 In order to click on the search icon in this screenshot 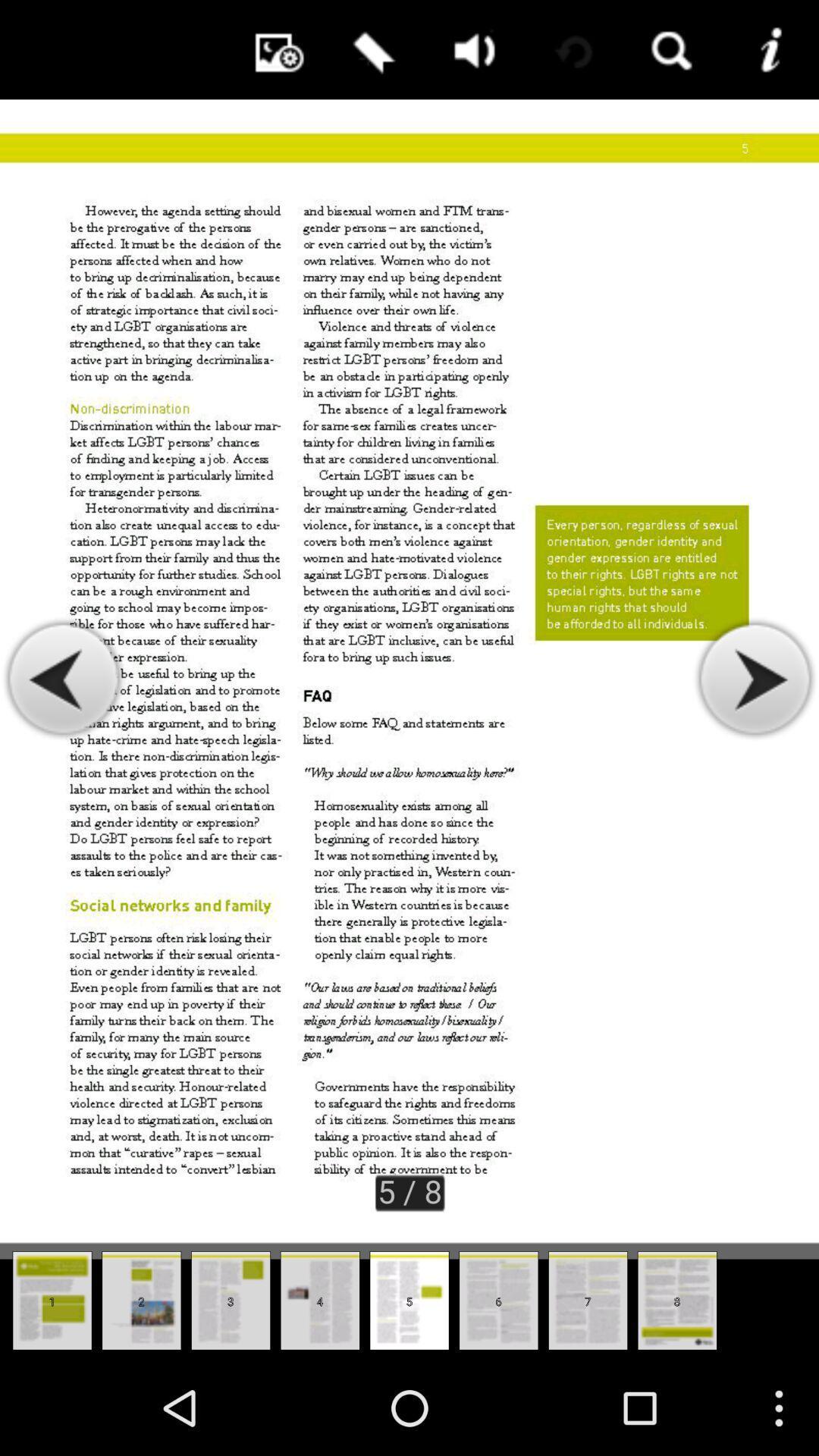, I will do `click(669, 53)`.